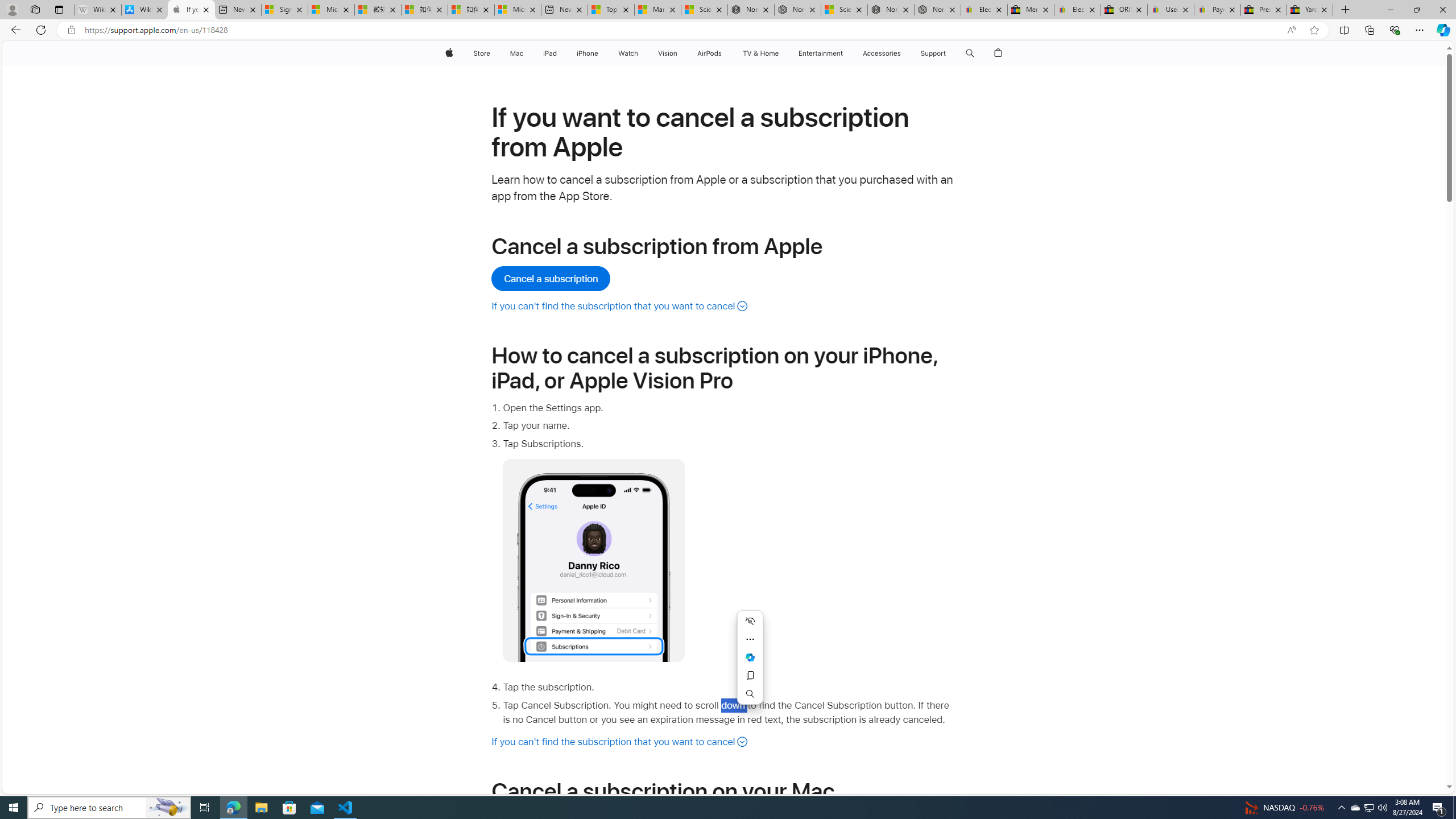 The image size is (1456, 819). I want to click on 'Mac', so click(515, 53).